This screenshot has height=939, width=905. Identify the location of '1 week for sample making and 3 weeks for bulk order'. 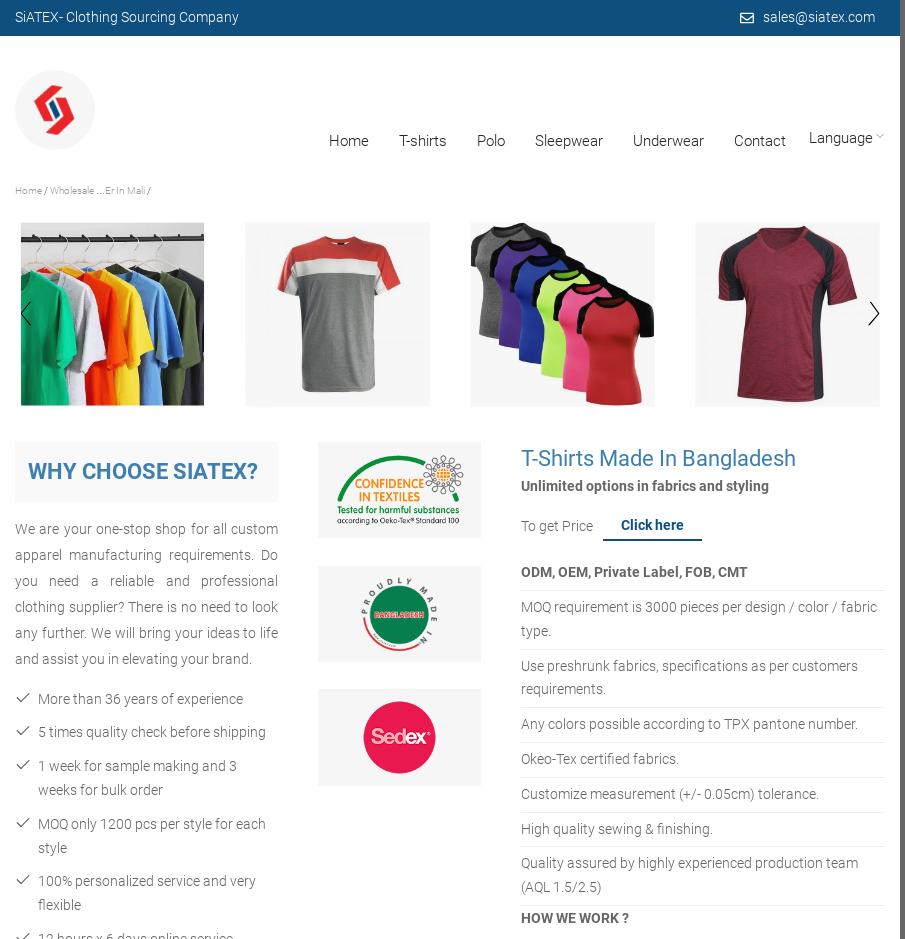
(37, 776).